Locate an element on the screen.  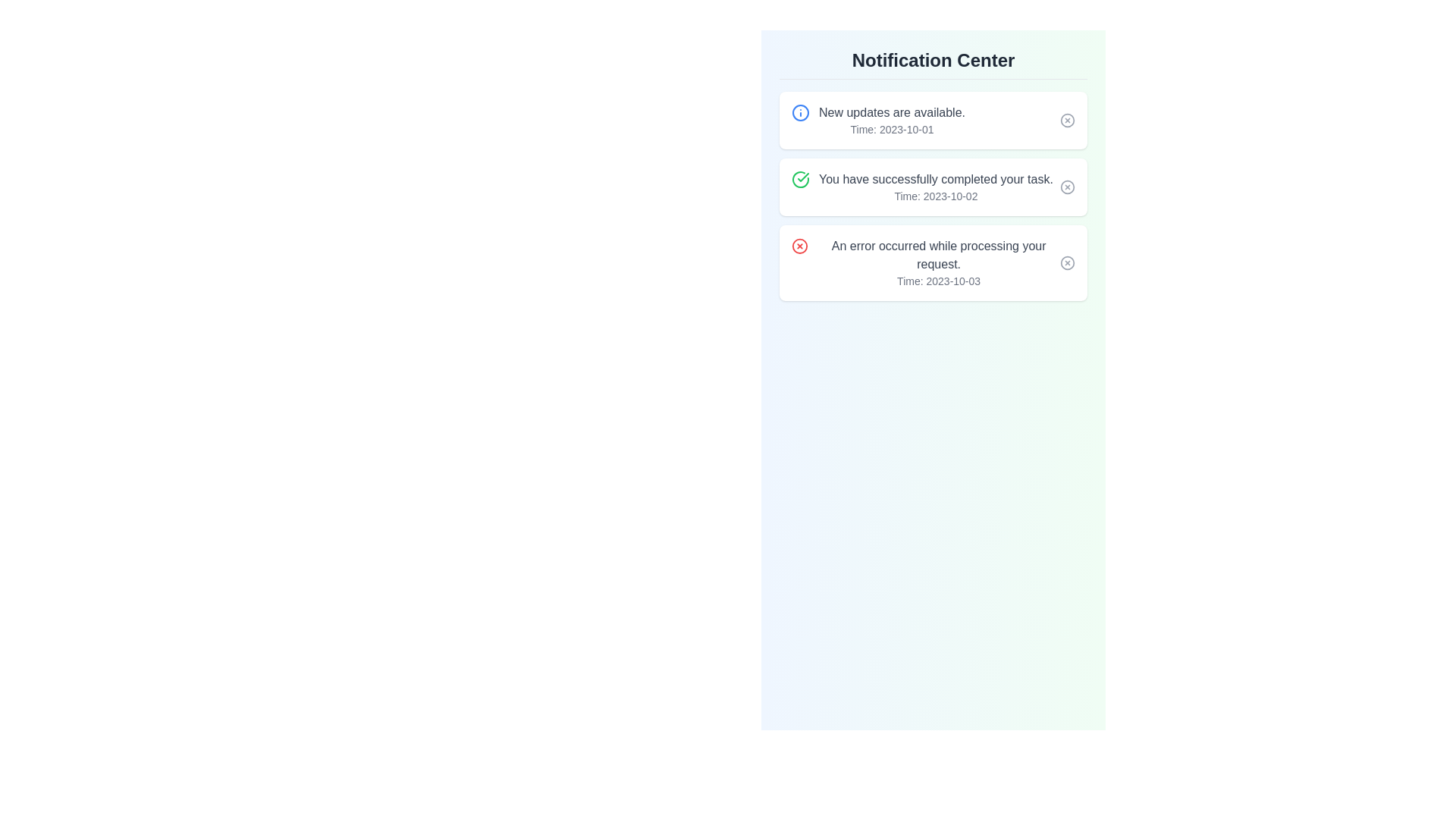
the circular outline of the SVG icon located within the first notification entry mentioning 'New updates are available.' is located at coordinates (1066, 119).